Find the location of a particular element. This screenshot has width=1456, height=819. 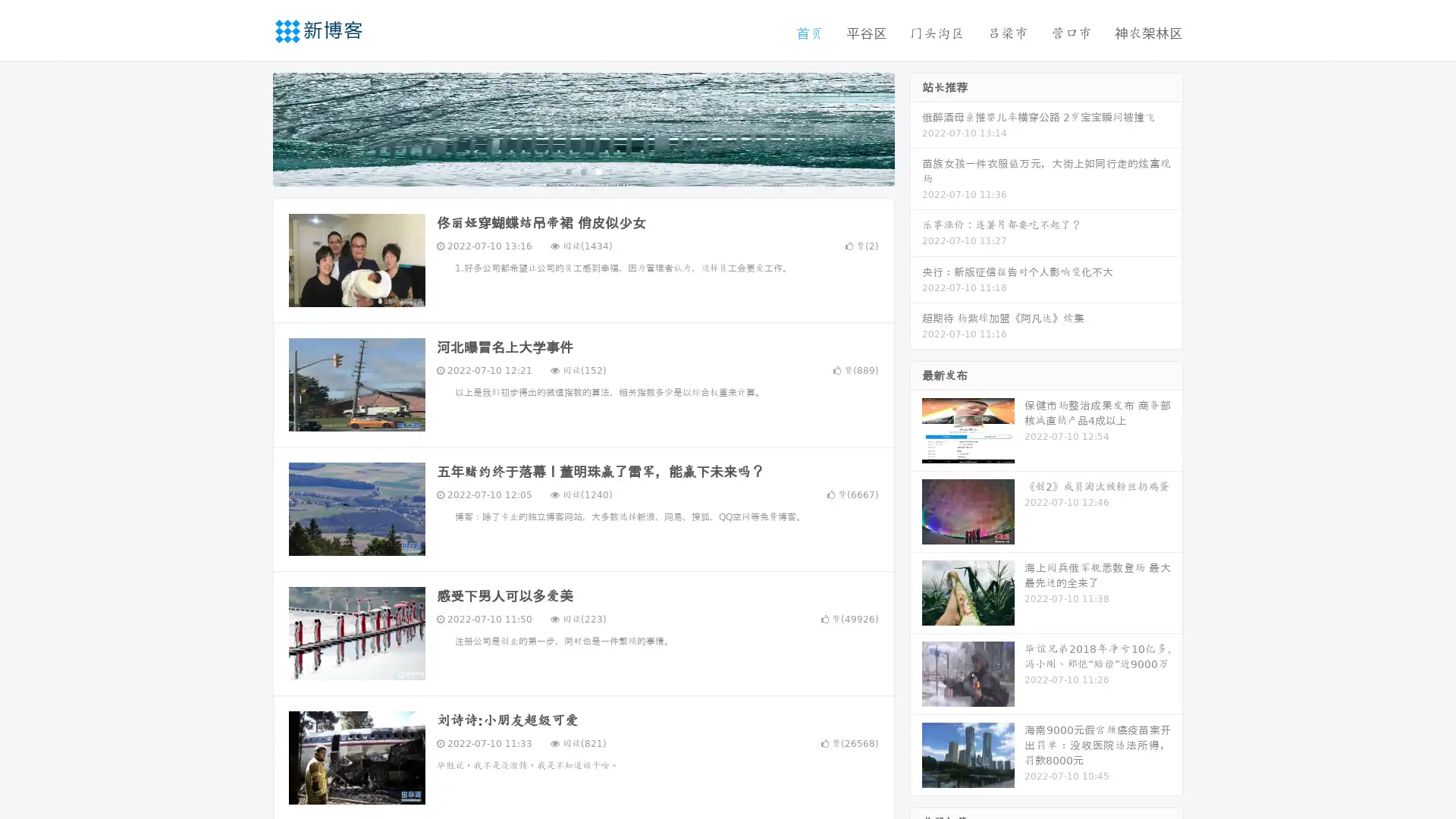

Previous slide is located at coordinates (250, 127).